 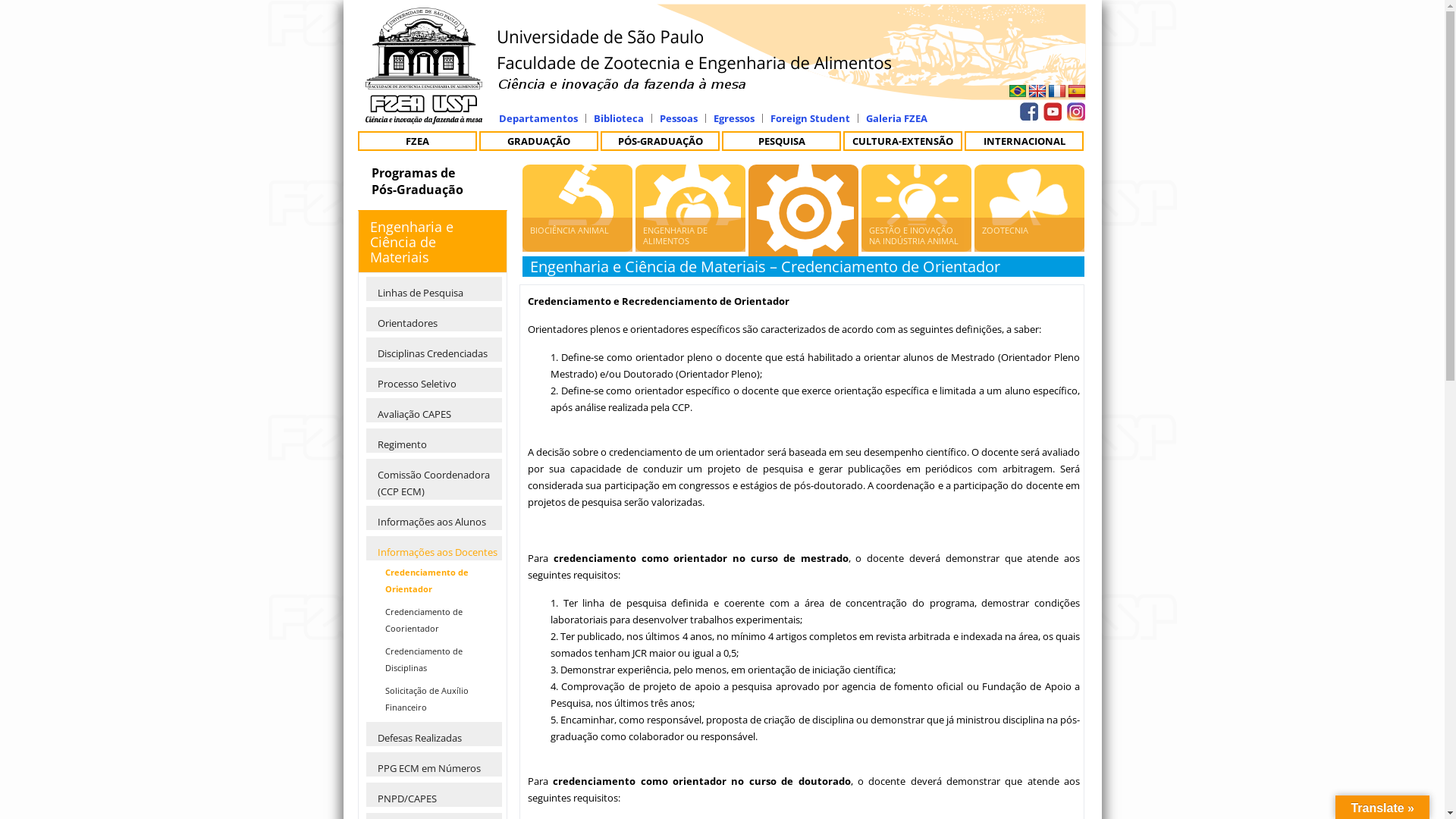 I want to click on 'Biblioteca', so click(x=618, y=116).